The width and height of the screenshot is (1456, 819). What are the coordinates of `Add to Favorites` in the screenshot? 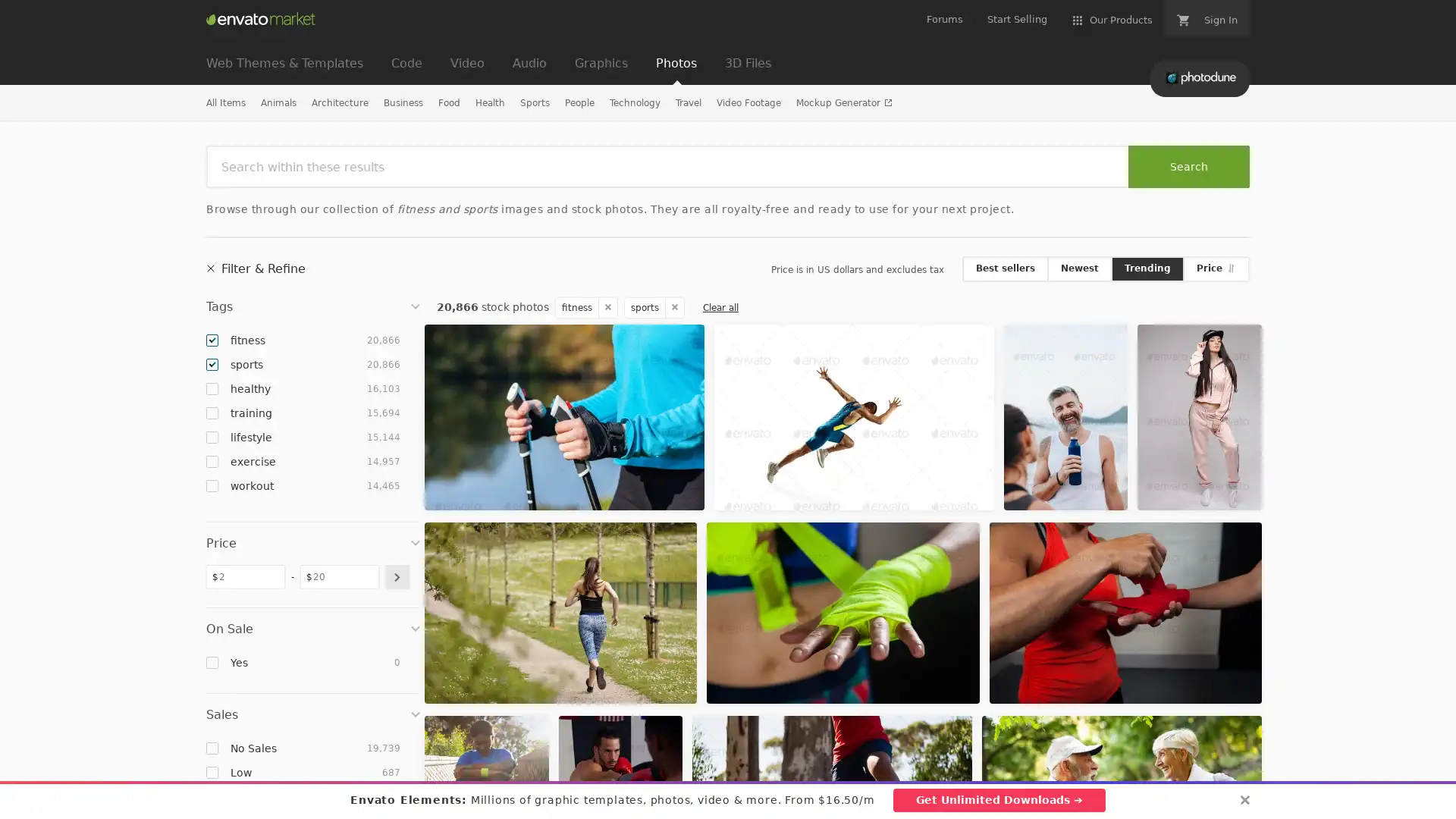 It's located at (676, 541).